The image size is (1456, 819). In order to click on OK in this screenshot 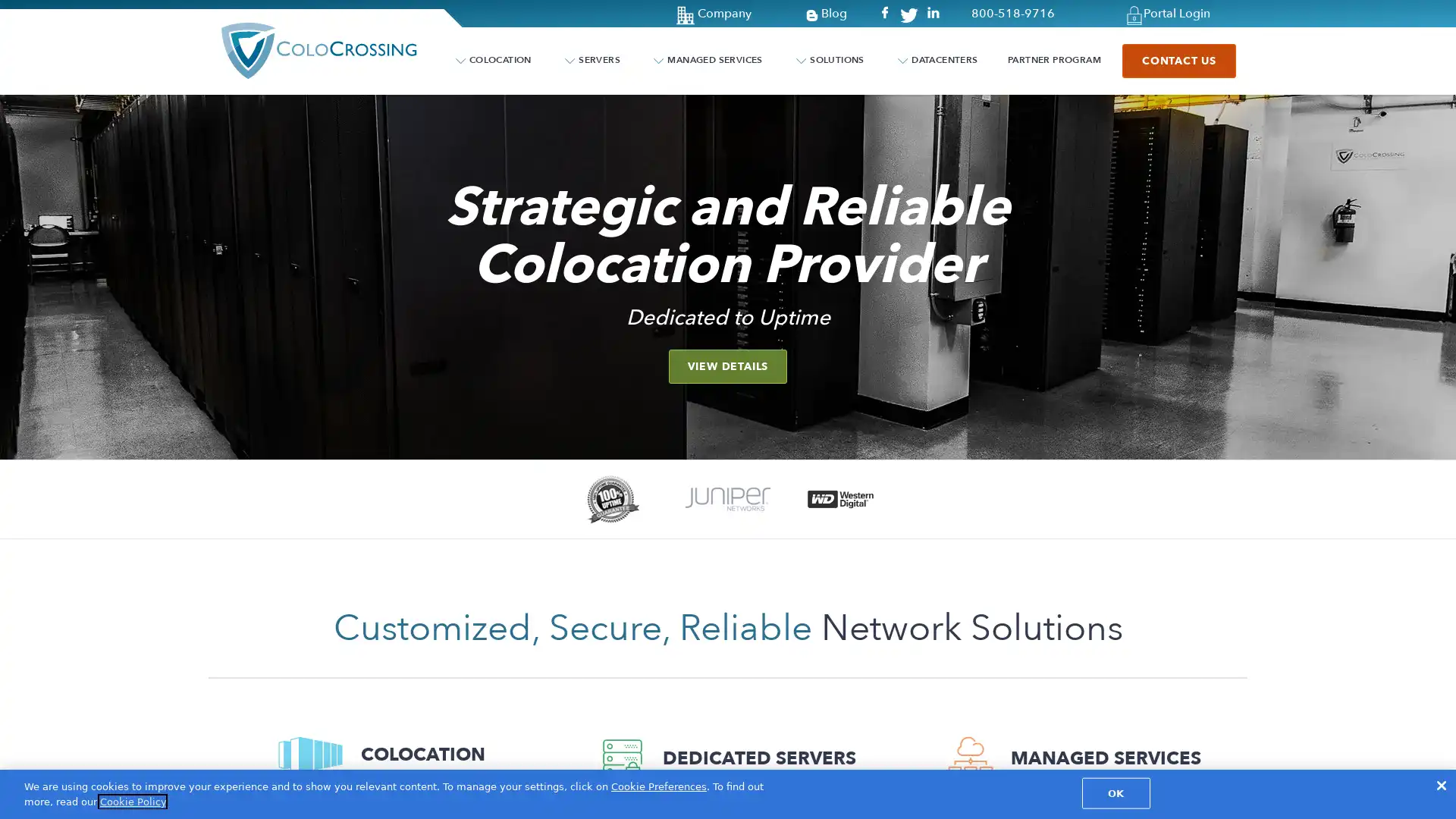, I will do `click(1115, 792)`.